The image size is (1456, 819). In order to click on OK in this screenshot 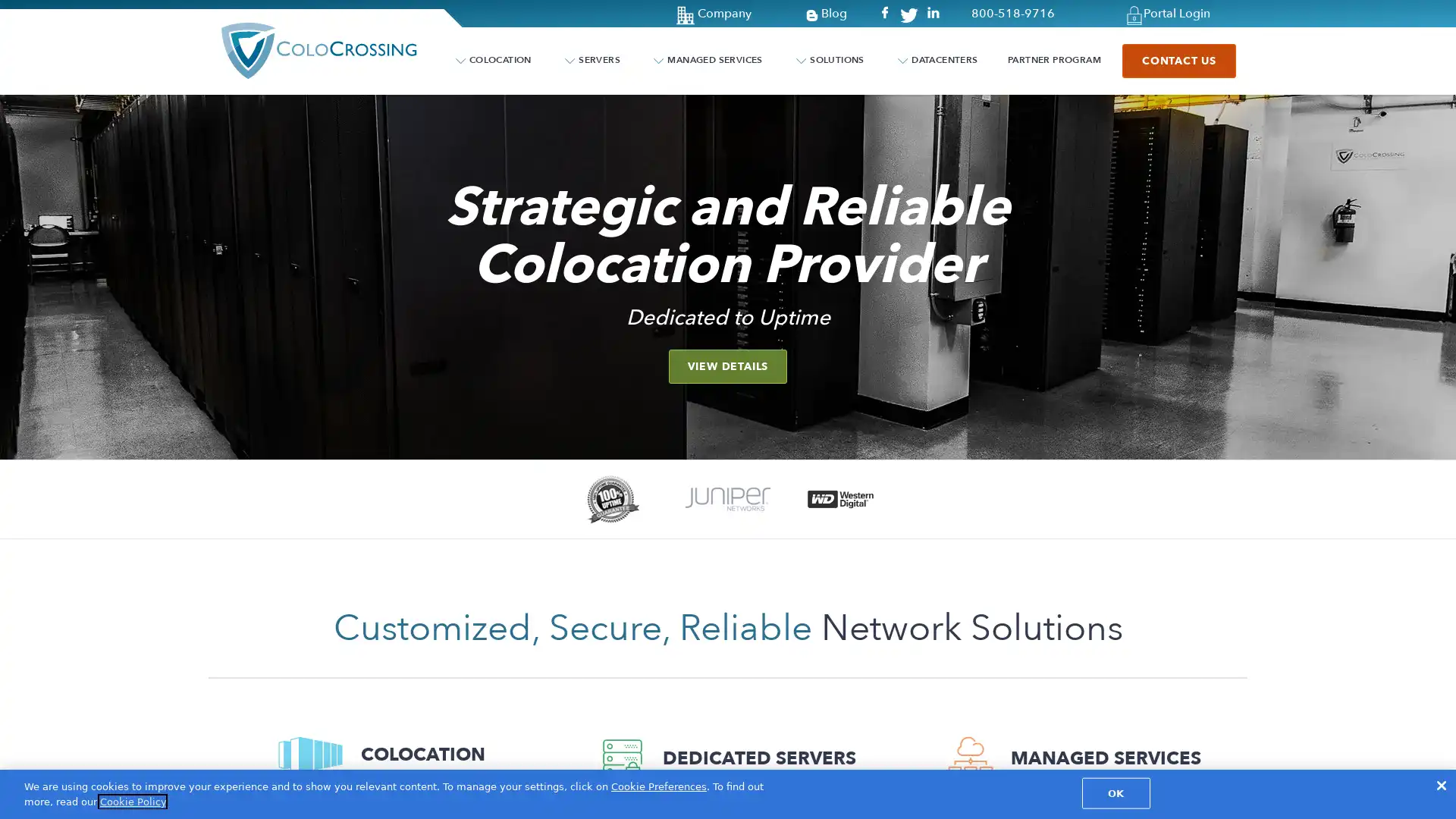, I will do `click(1115, 792)`.